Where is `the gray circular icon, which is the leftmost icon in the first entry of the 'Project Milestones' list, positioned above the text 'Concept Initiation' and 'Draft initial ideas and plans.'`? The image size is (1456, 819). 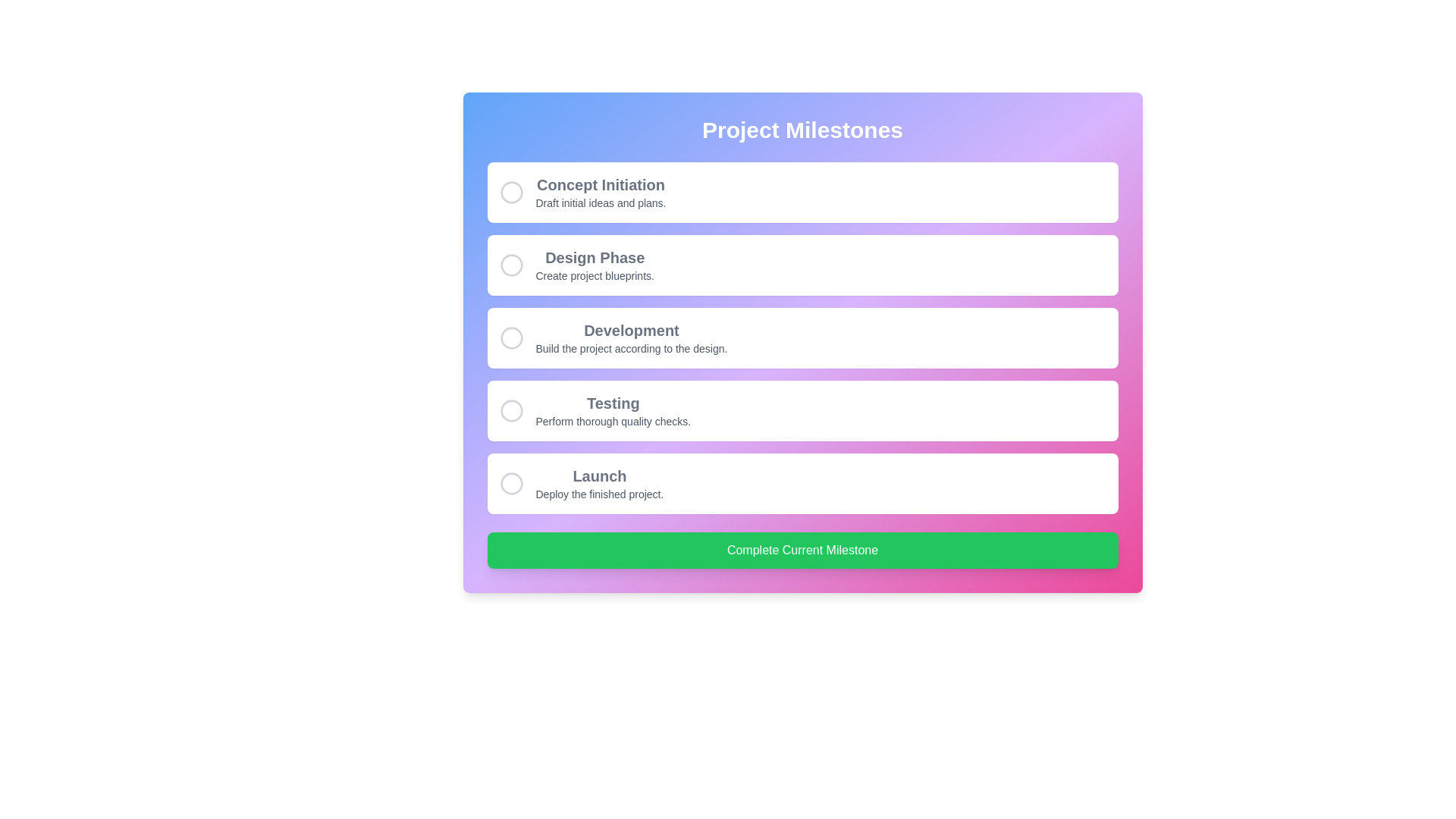 the gray circular icon, which is the leftmost icon in the first entry of the 'Project Milestones' list, positioned above the text 'Concept Initiation' and 'Draft initial ideas and plans.' is located at coordinates (511, 192).